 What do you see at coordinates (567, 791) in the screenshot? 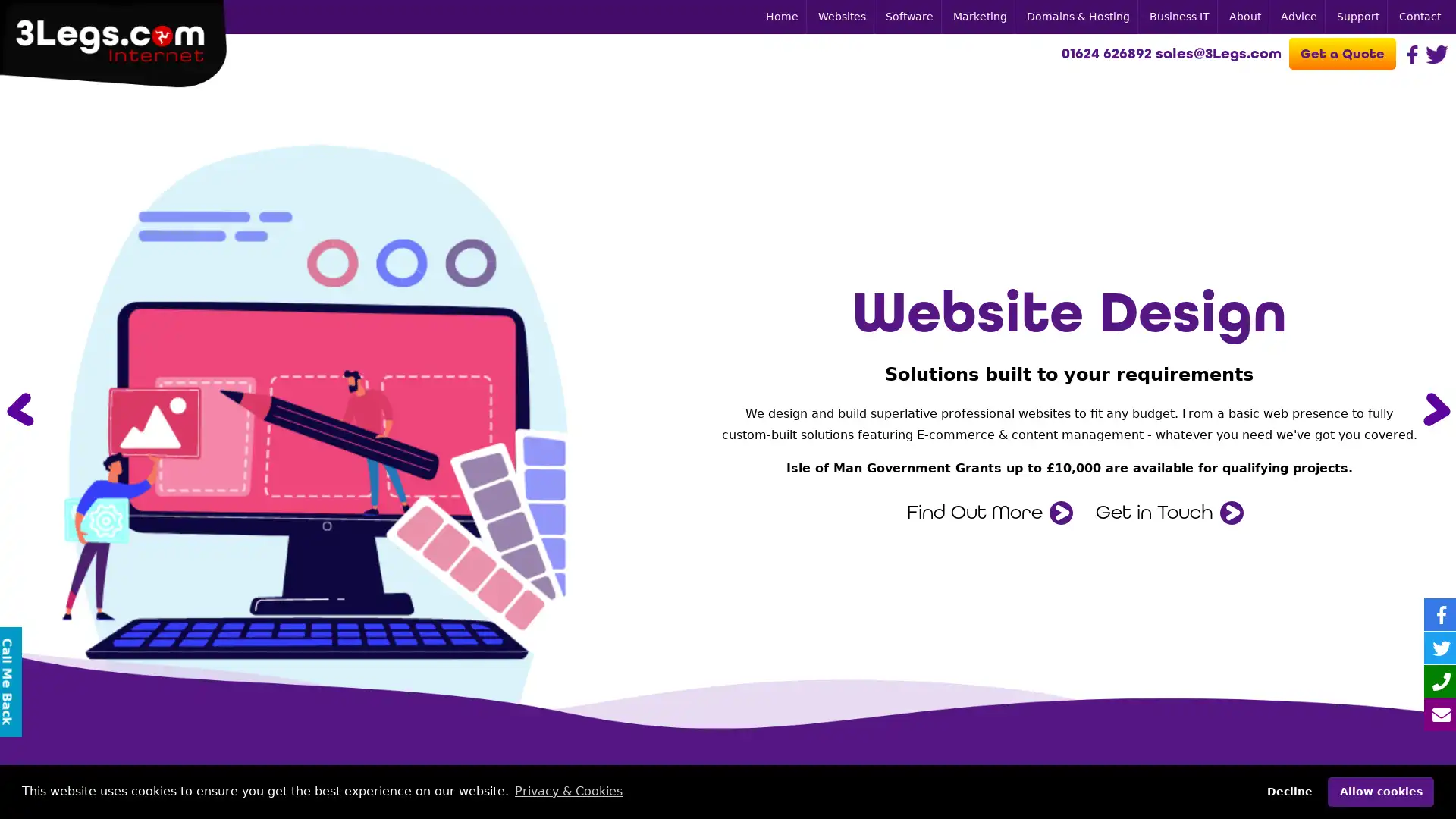
I see `learn more about cookies` at bounding box center [567, 791].